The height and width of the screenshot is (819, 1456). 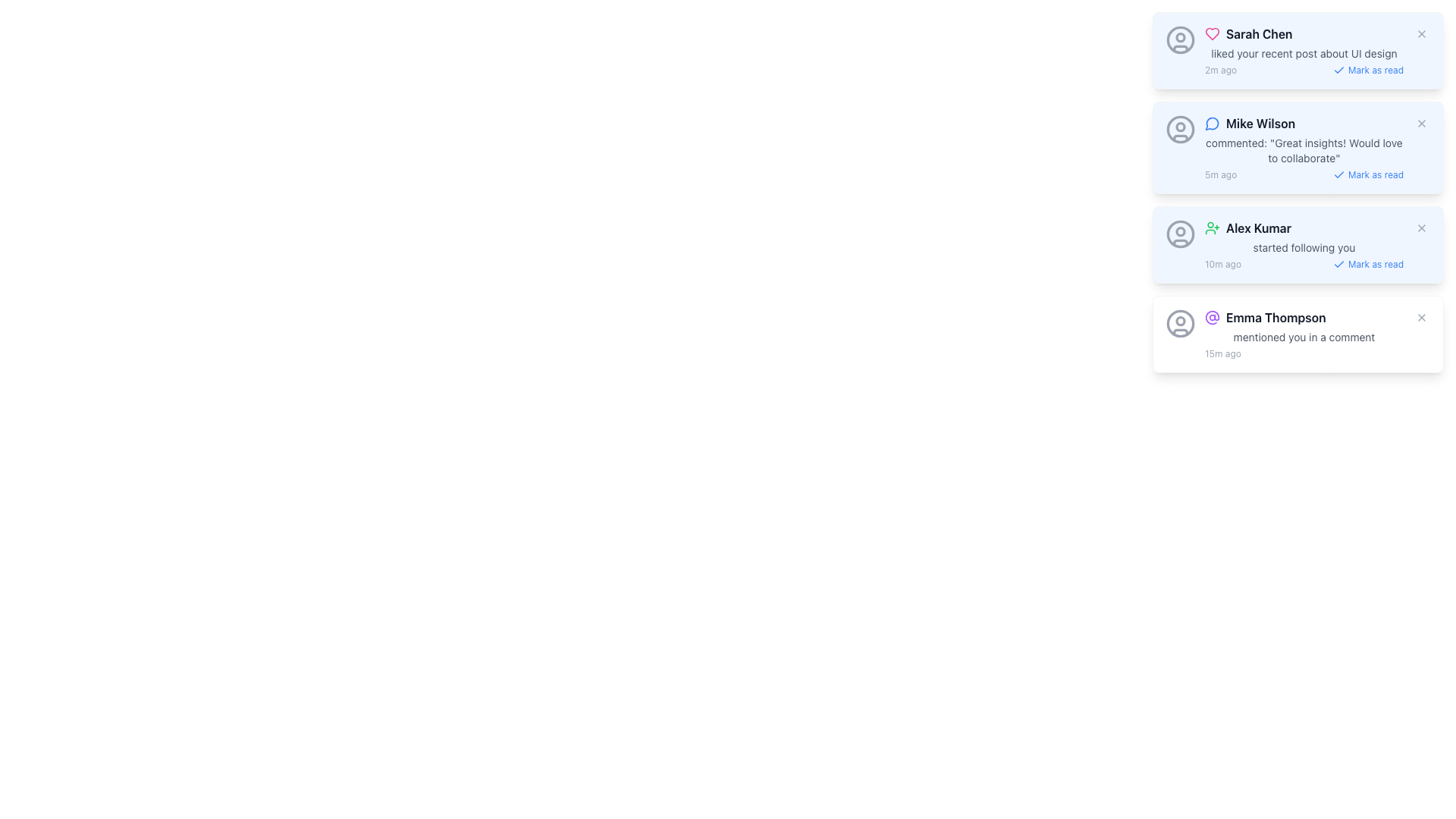 I want to click on the 'Mark as read' interactive text link with an icon to observe the hover effect, so click(x=1368, y=263).